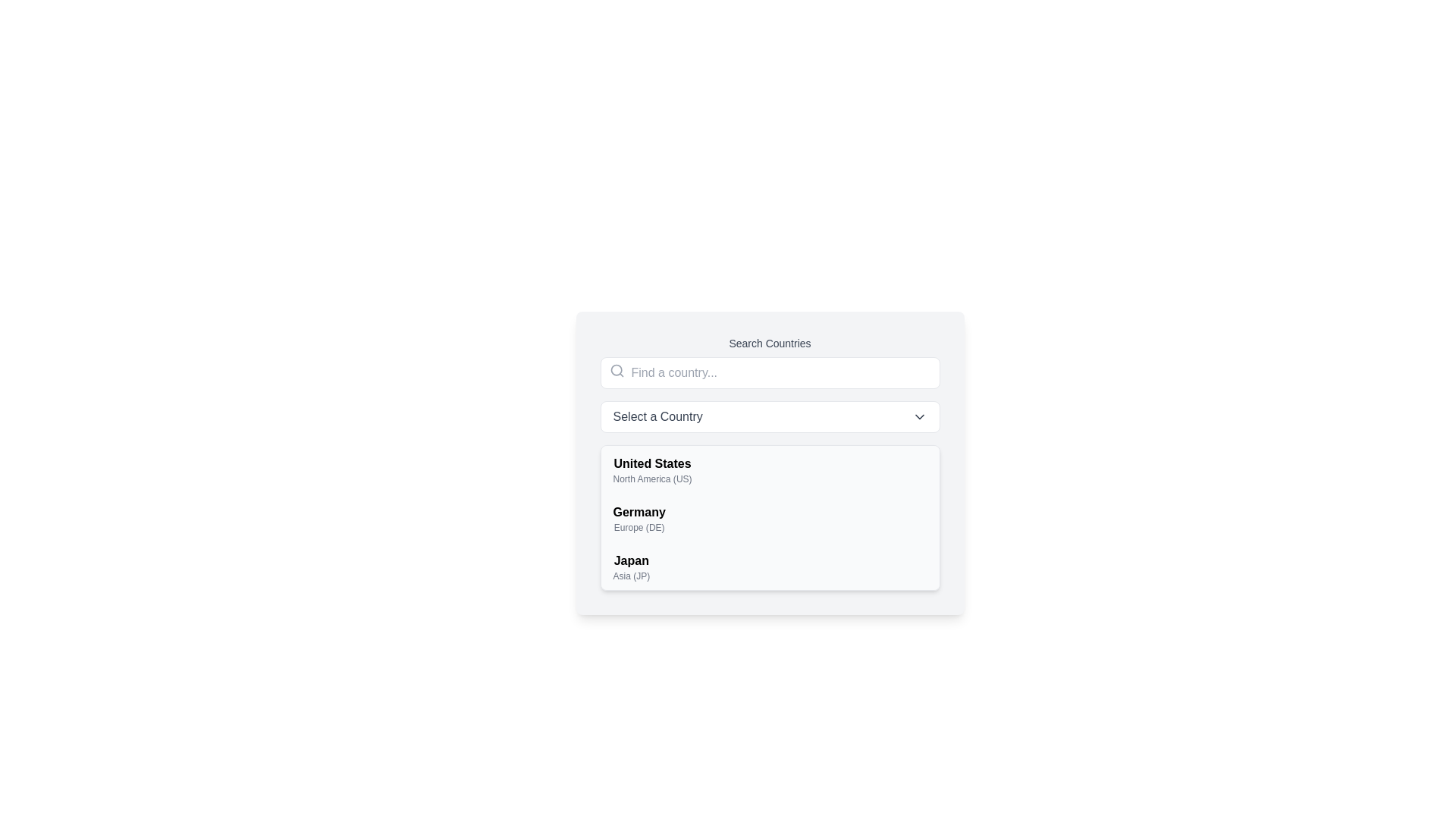 Image resolution: width=1456 pixels, height=819 pixels. Describe the element at coordinates (617, 371) in the screenshot. I see `the magnifying glass icon that indicates the search functionality, located inside the search input field's placeholder area, on the leftmost side` at that location.